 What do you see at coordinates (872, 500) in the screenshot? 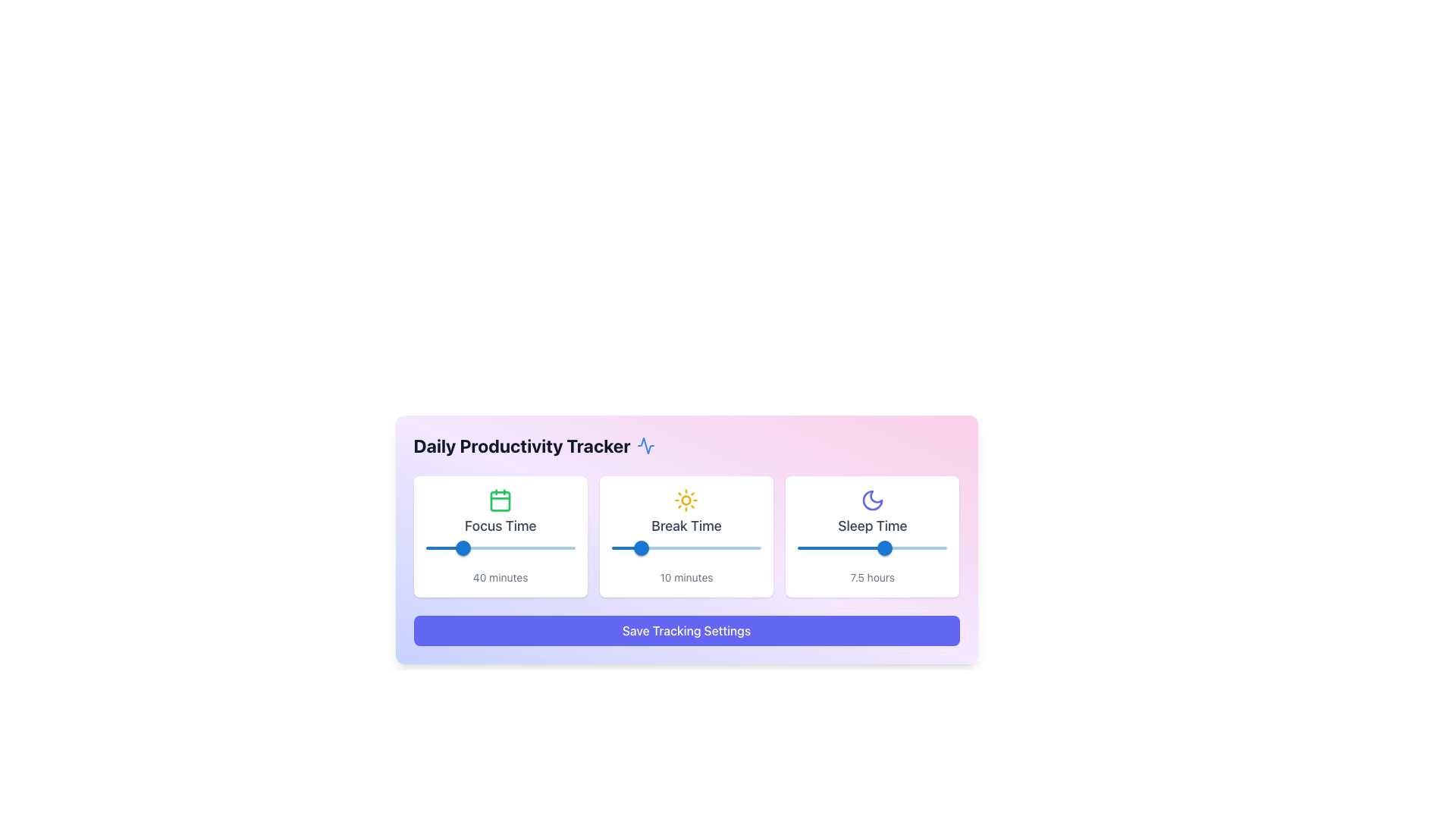
I see `the static display of the nighttime icon located at the center-left region of the 'Sleep Time' card in the productivity tracker interface` at bounding box center [872, 500].